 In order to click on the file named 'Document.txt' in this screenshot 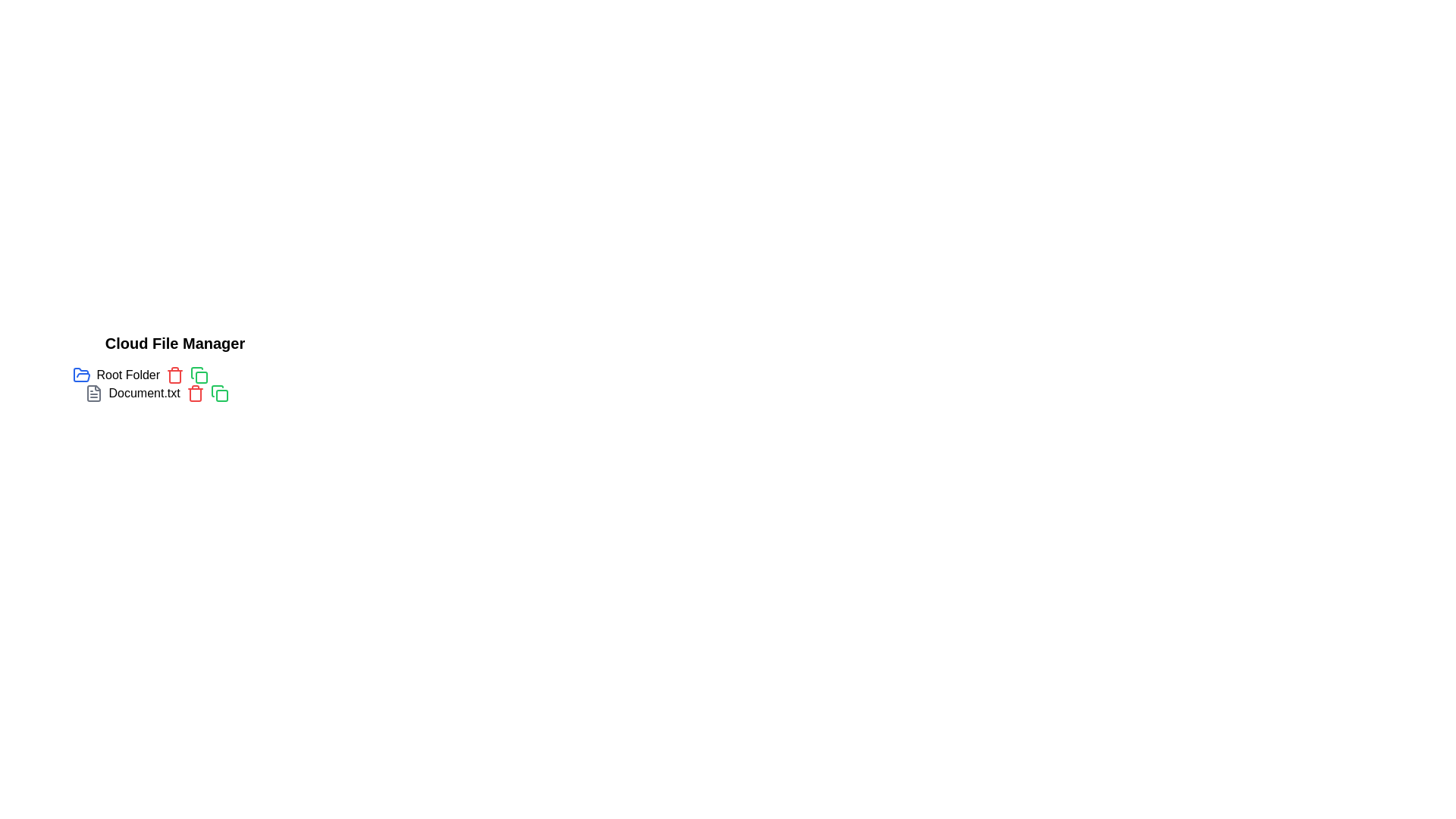, I will do `click(181, 393)`.